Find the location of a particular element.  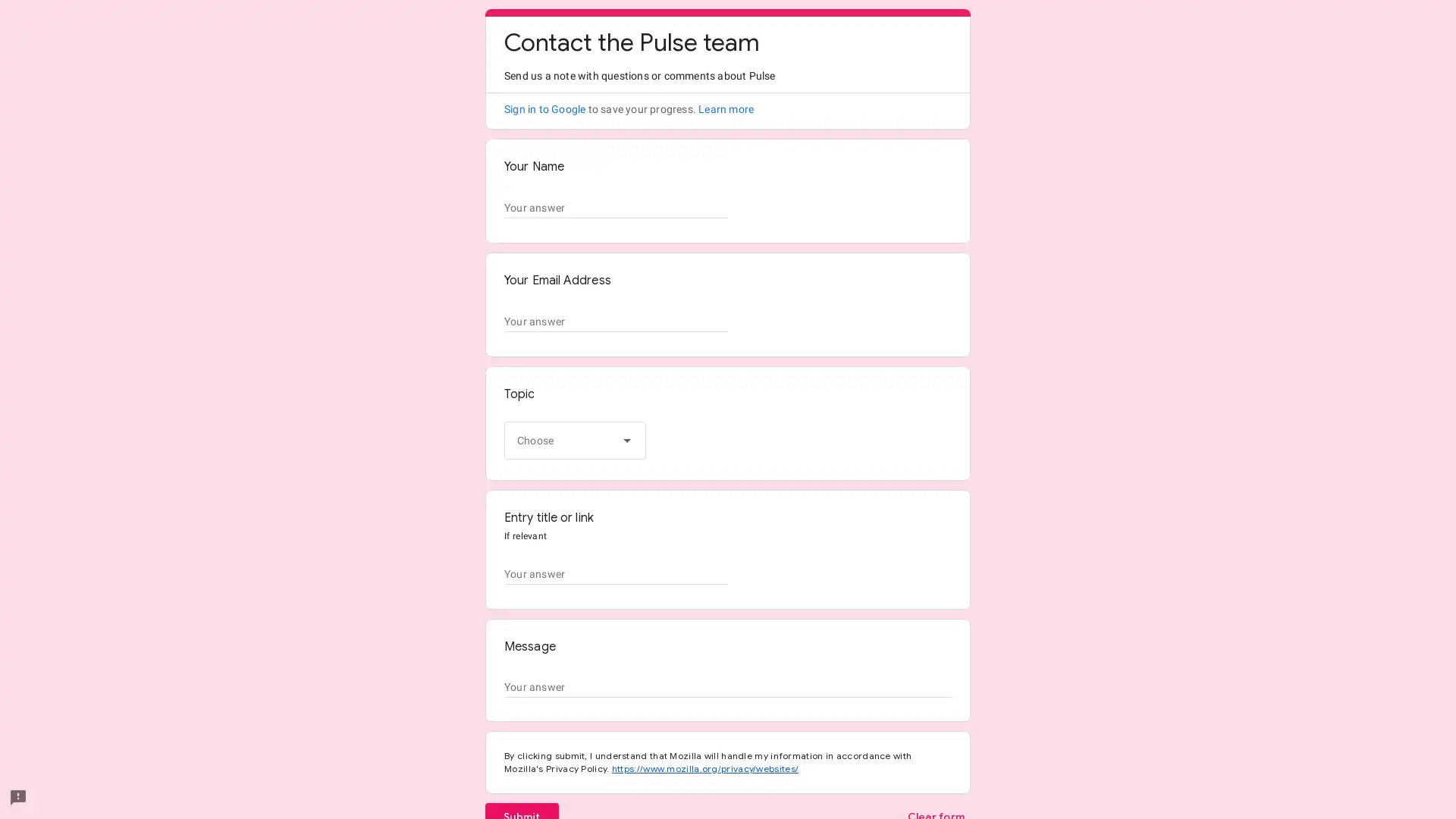

Learn more is located at coordinates (725, 108).